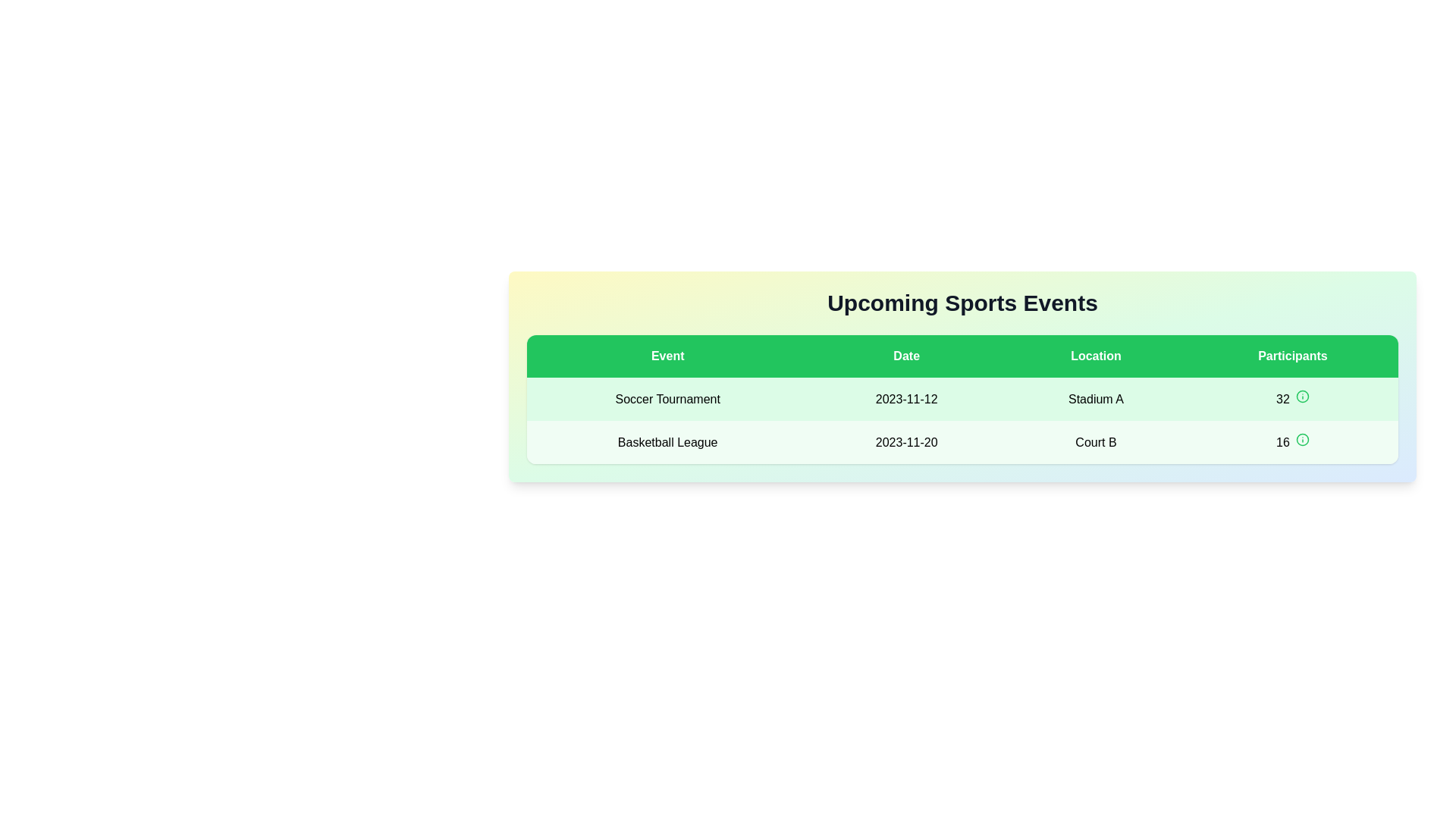  I want to click on the icon located in the 'Participants' column of the first row in the 'Upcoming Sports Events' table, so click(1301, 396).